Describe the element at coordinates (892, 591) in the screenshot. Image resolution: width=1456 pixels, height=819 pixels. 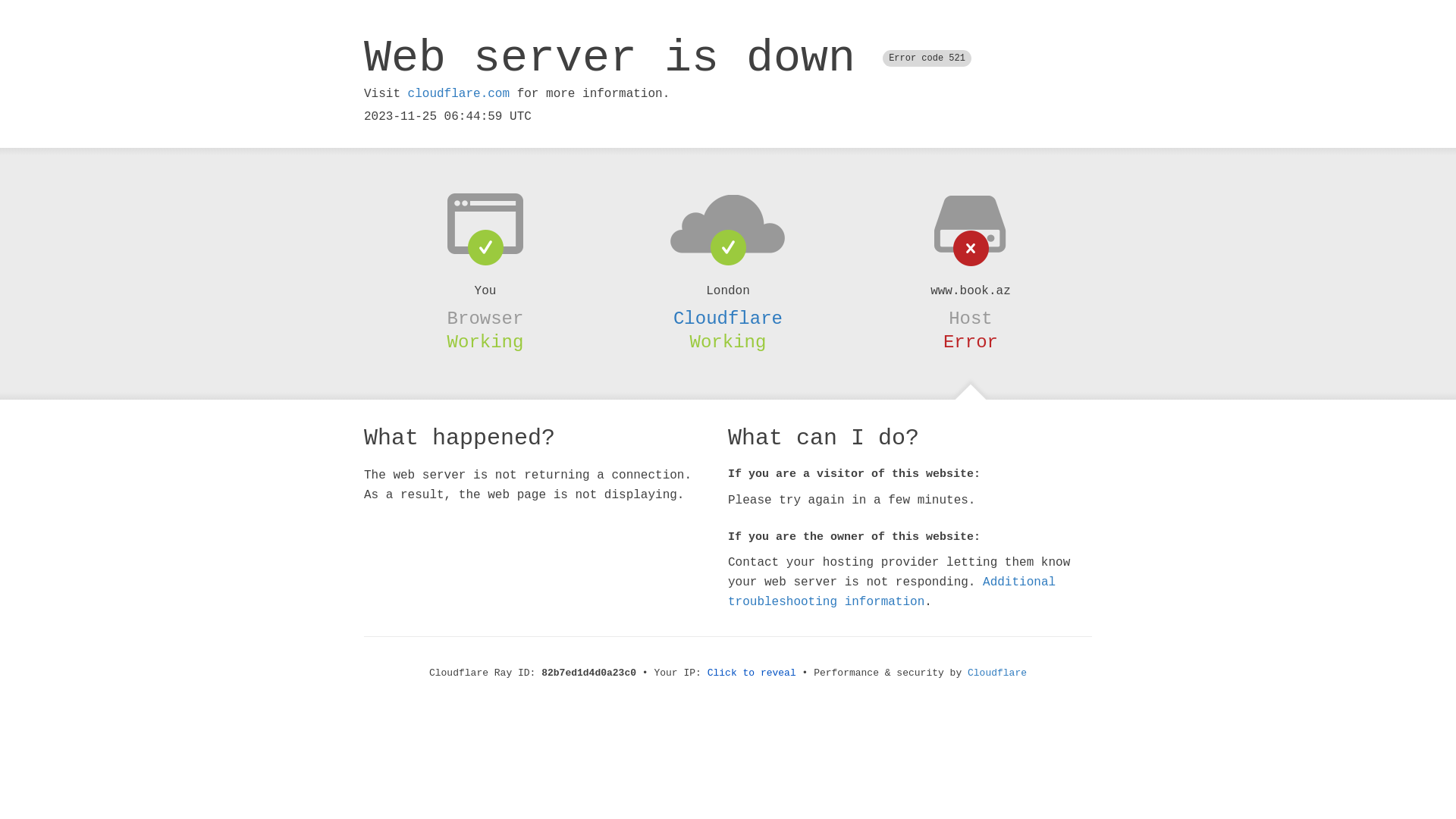
I see `'Additional troubleshooting information'` at that location.